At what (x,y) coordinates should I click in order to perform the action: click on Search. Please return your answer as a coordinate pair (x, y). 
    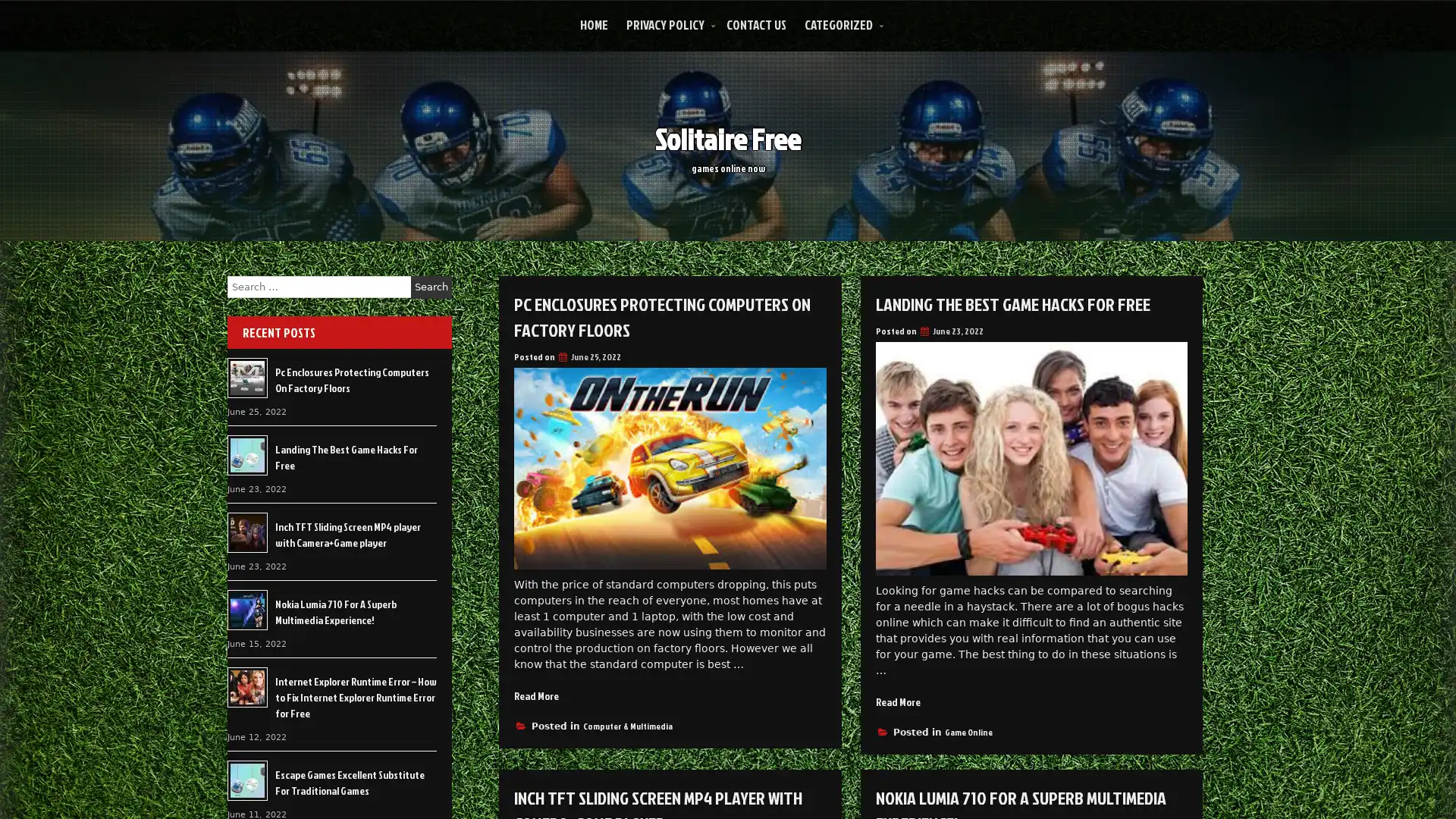
    Looking at the image, I should click on (431, 287).